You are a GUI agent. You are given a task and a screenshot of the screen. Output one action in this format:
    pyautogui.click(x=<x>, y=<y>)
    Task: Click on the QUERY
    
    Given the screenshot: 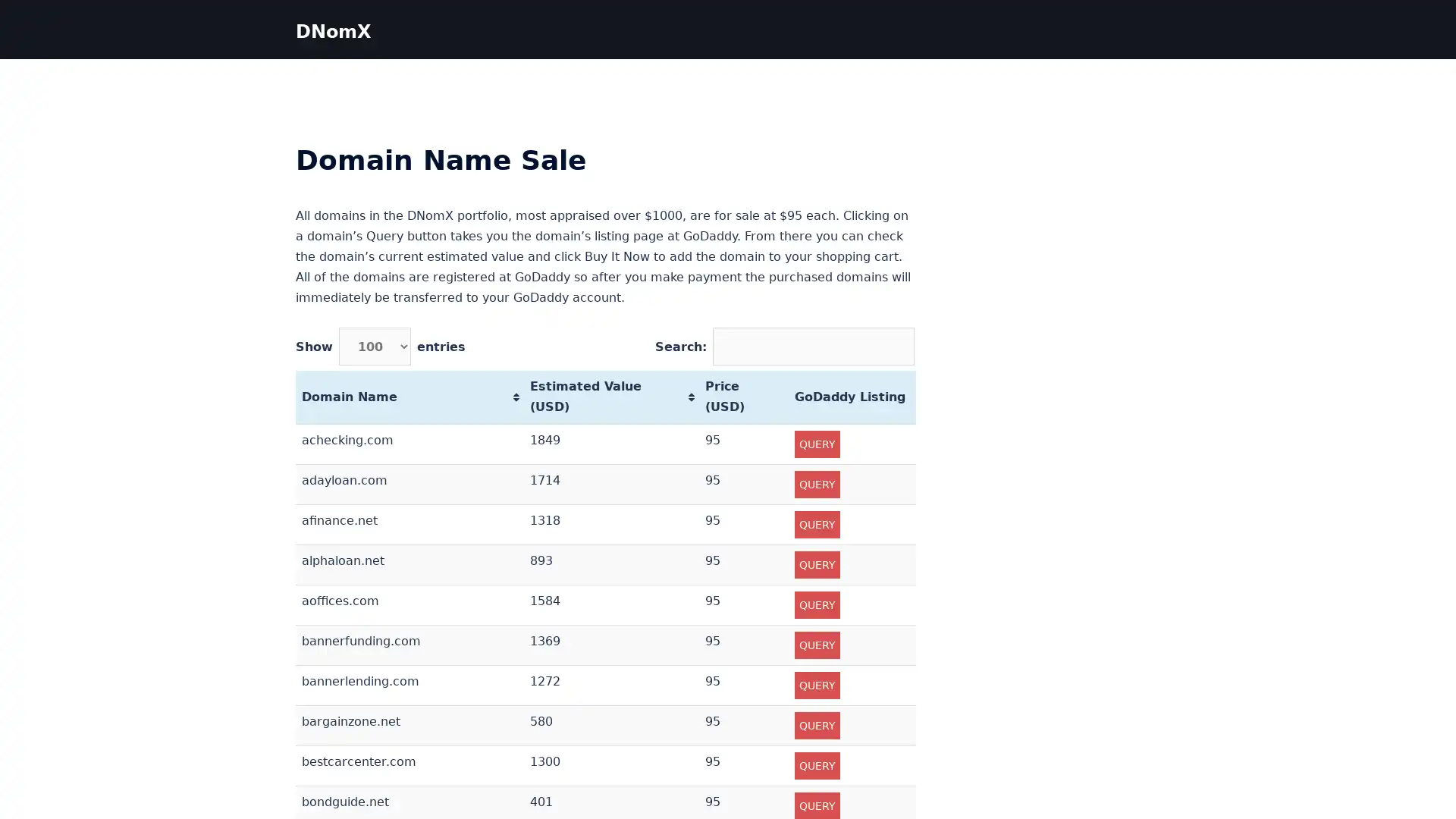 What is the action you would take?
    pyautogui.click(x=815, y=604)
    